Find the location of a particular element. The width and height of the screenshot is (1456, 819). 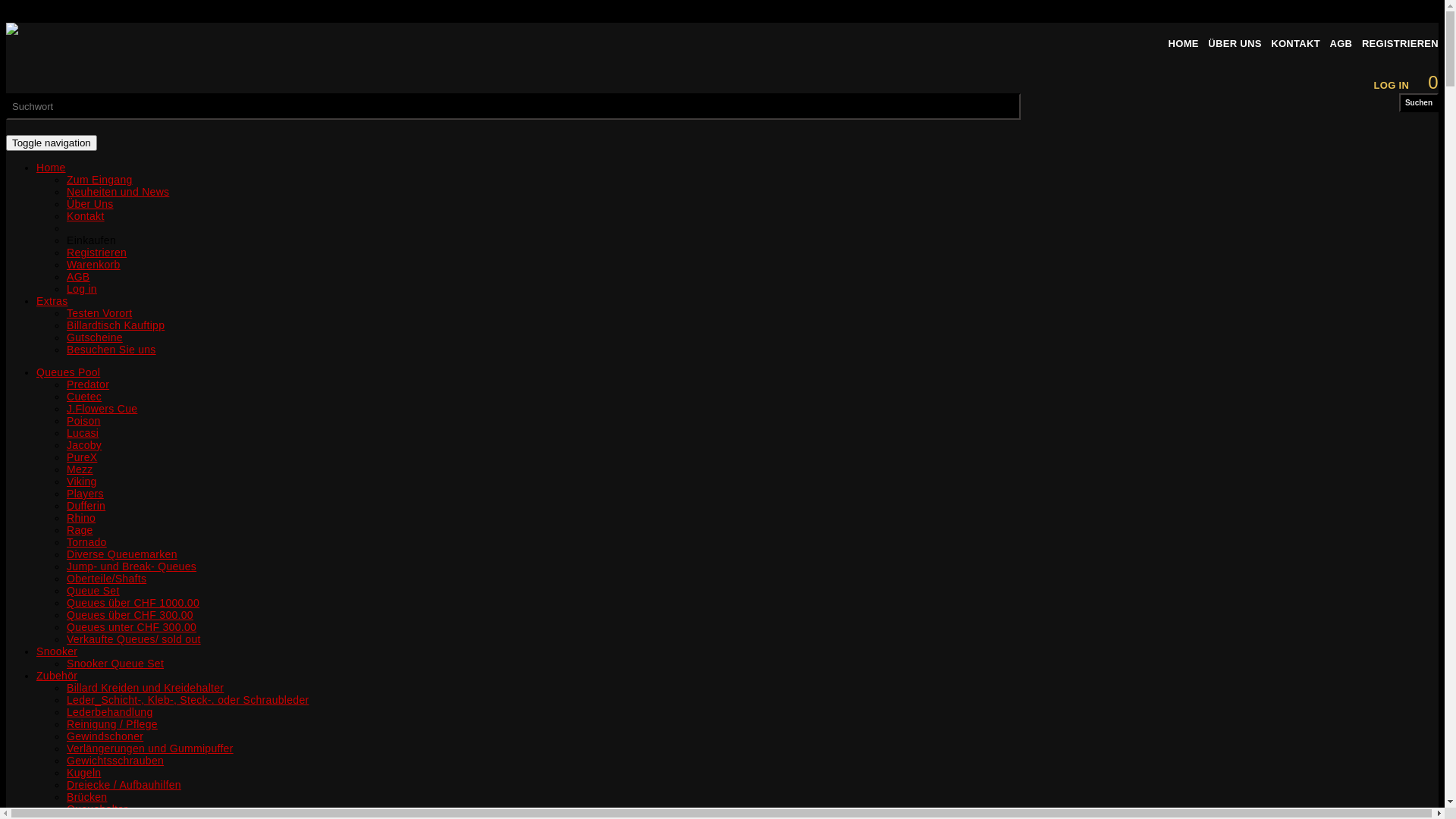

'Jacoby' is located at coordinates (65, 444).